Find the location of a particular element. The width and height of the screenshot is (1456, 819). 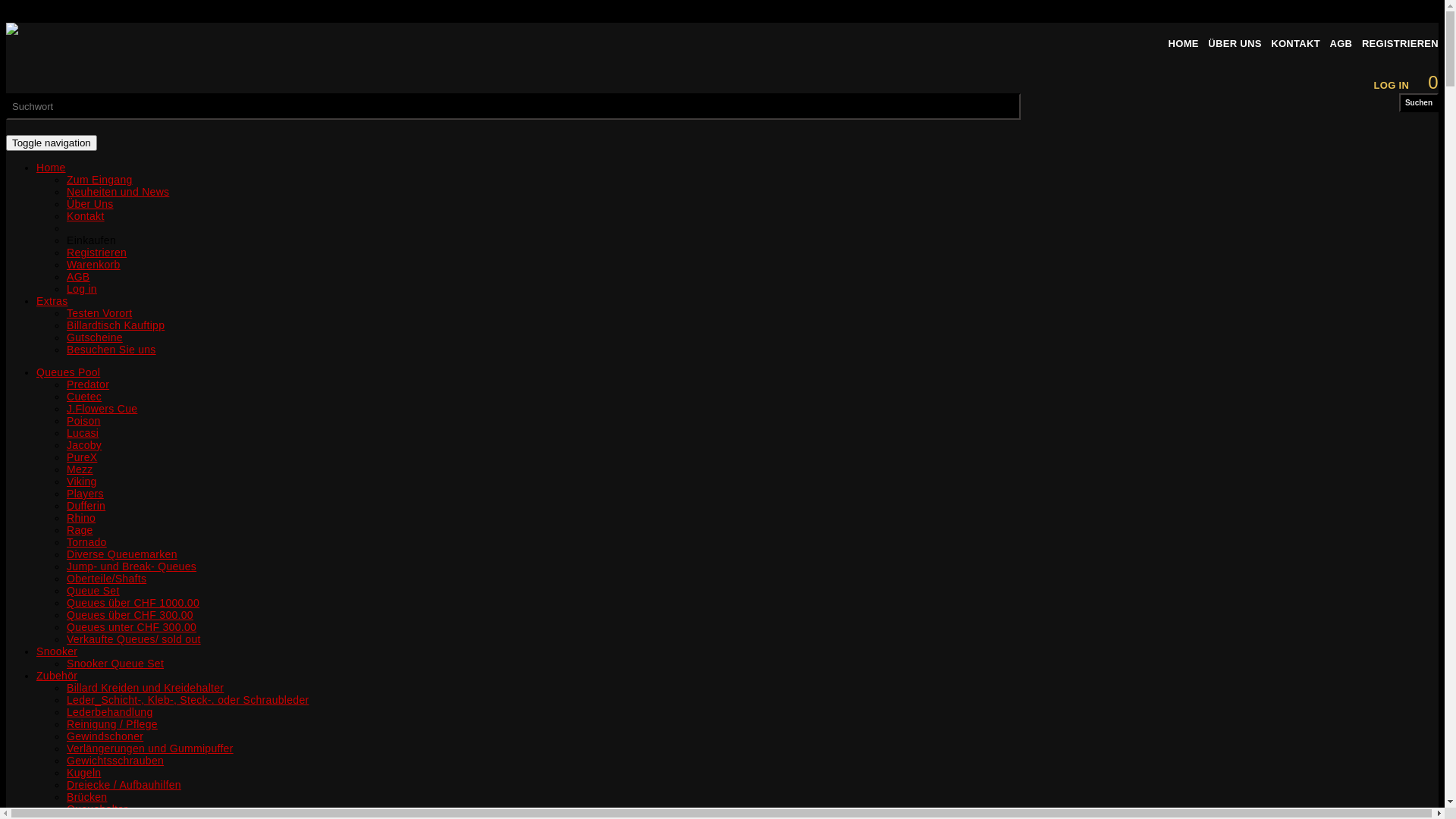

'Jacoby' is located at coordinates (65, 444).